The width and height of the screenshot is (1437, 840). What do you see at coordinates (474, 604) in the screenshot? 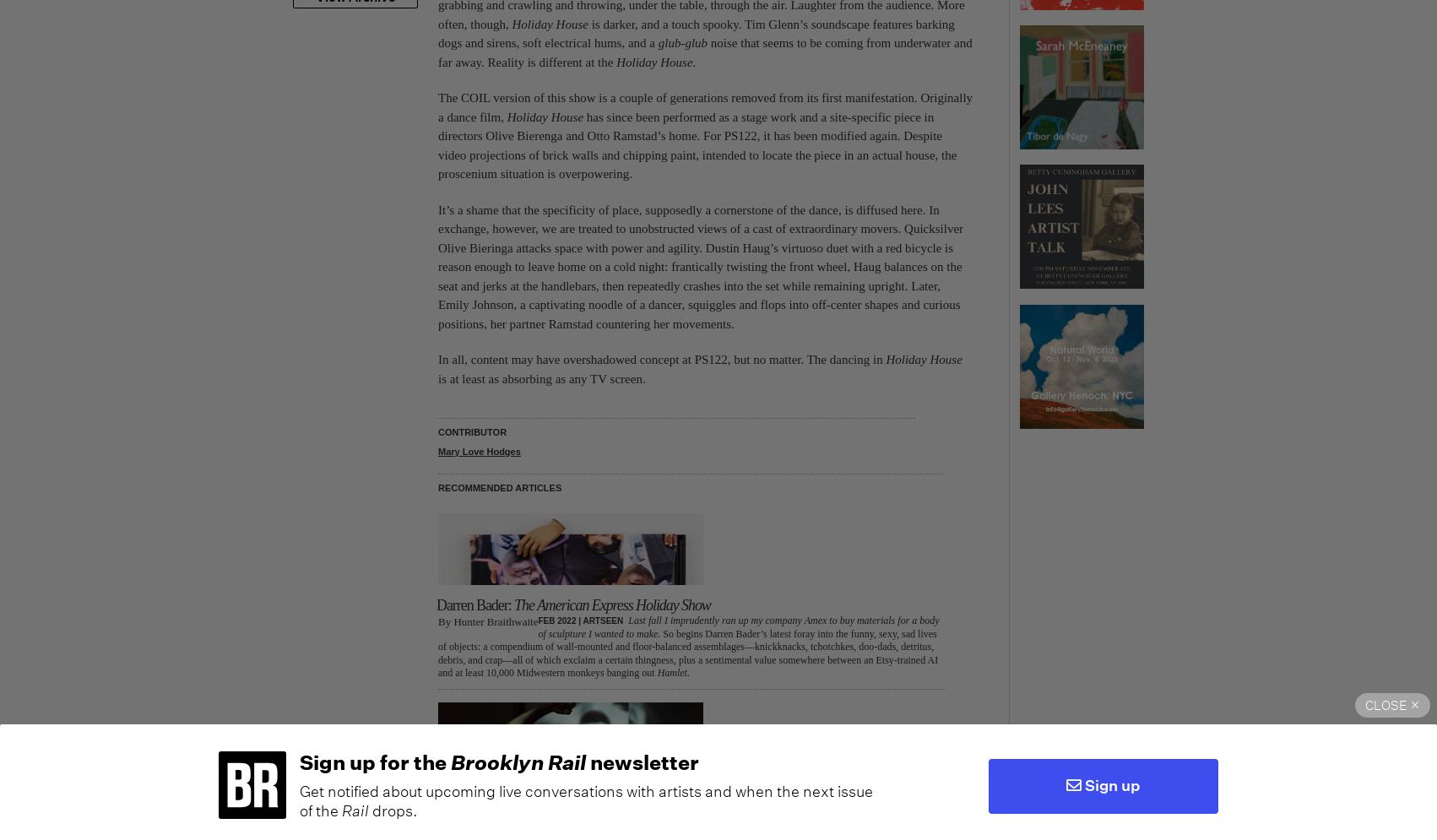
I see `'Darren Bader:'` at bounding box center [474, 604].